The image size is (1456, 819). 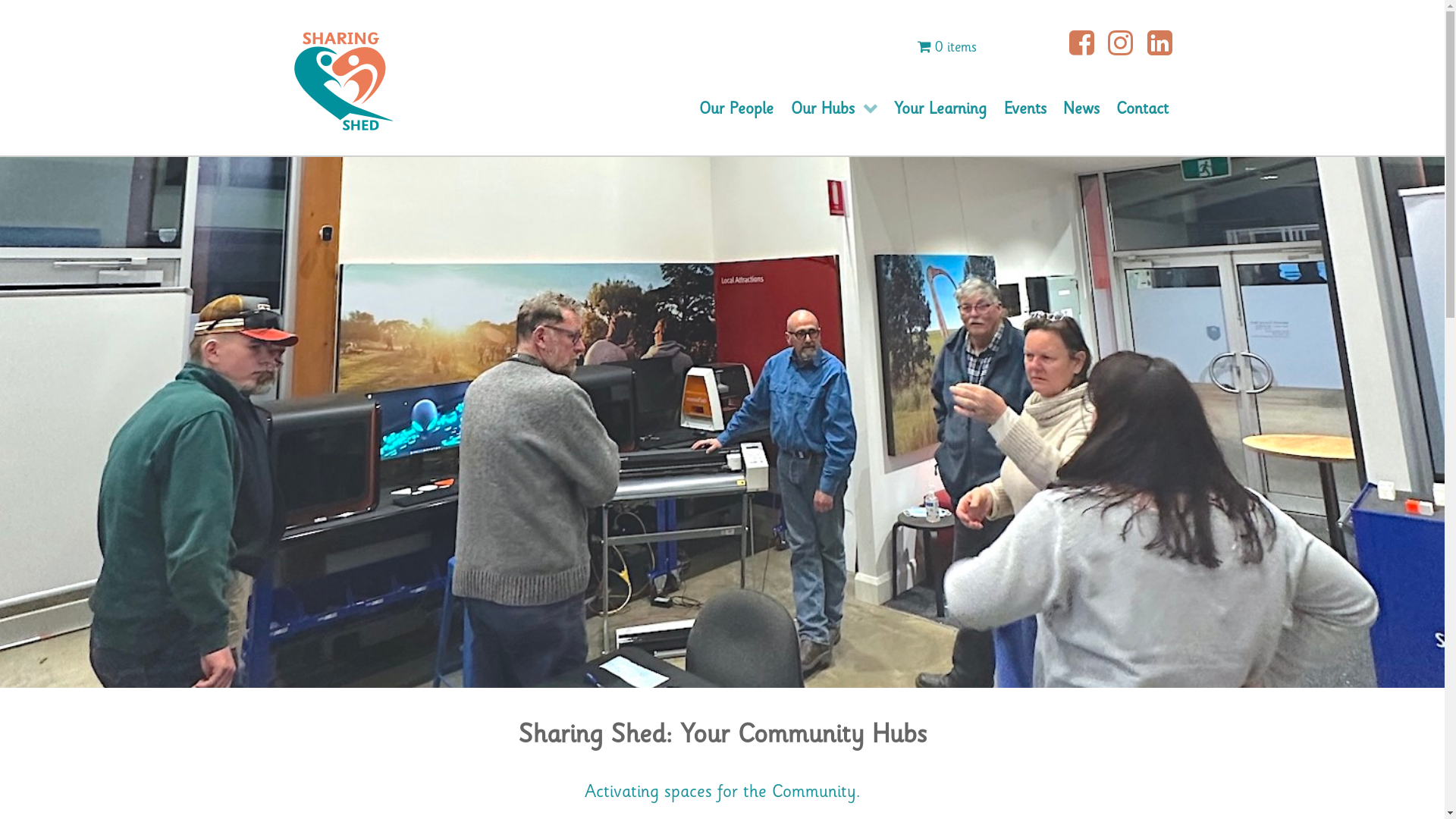 What do you see at coordinates (1142, 108) in the screenshot?
I see `'Contact'` at bounding box center [1142, 108].